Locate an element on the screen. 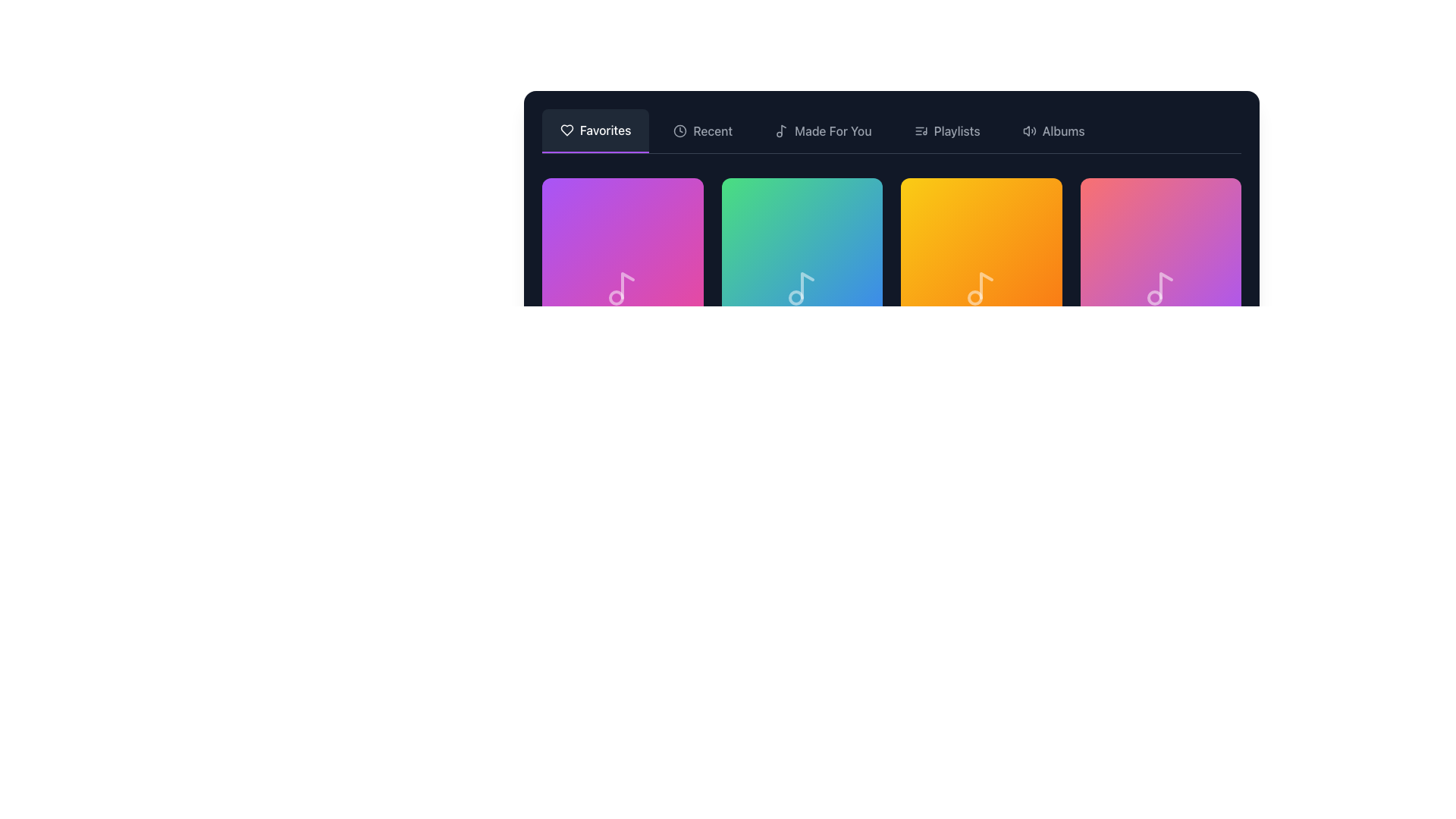 This screenshot has height=819, width=1456. 'Favorites' label text located within the button component in the top-left corner of the navigation bar is located at coordinates (604, 130).